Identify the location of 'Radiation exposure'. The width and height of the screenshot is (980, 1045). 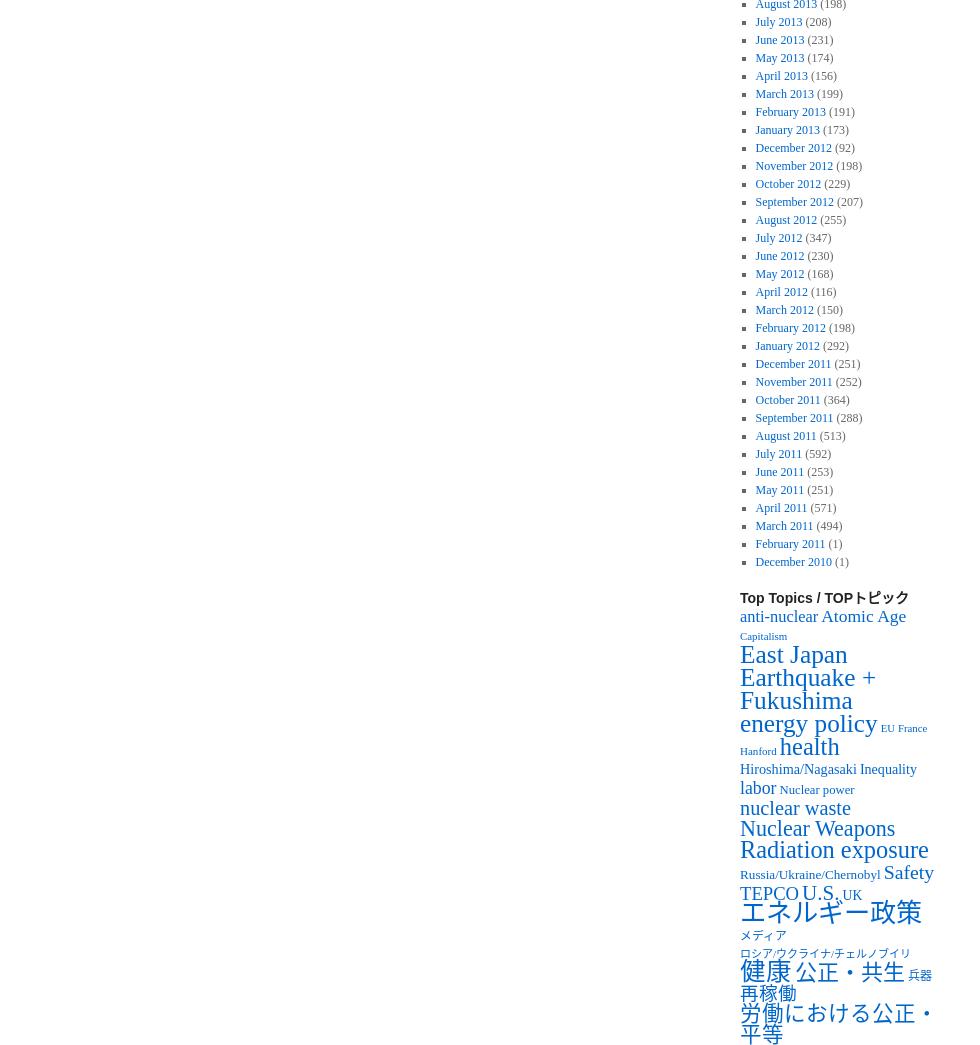
(833, 848).